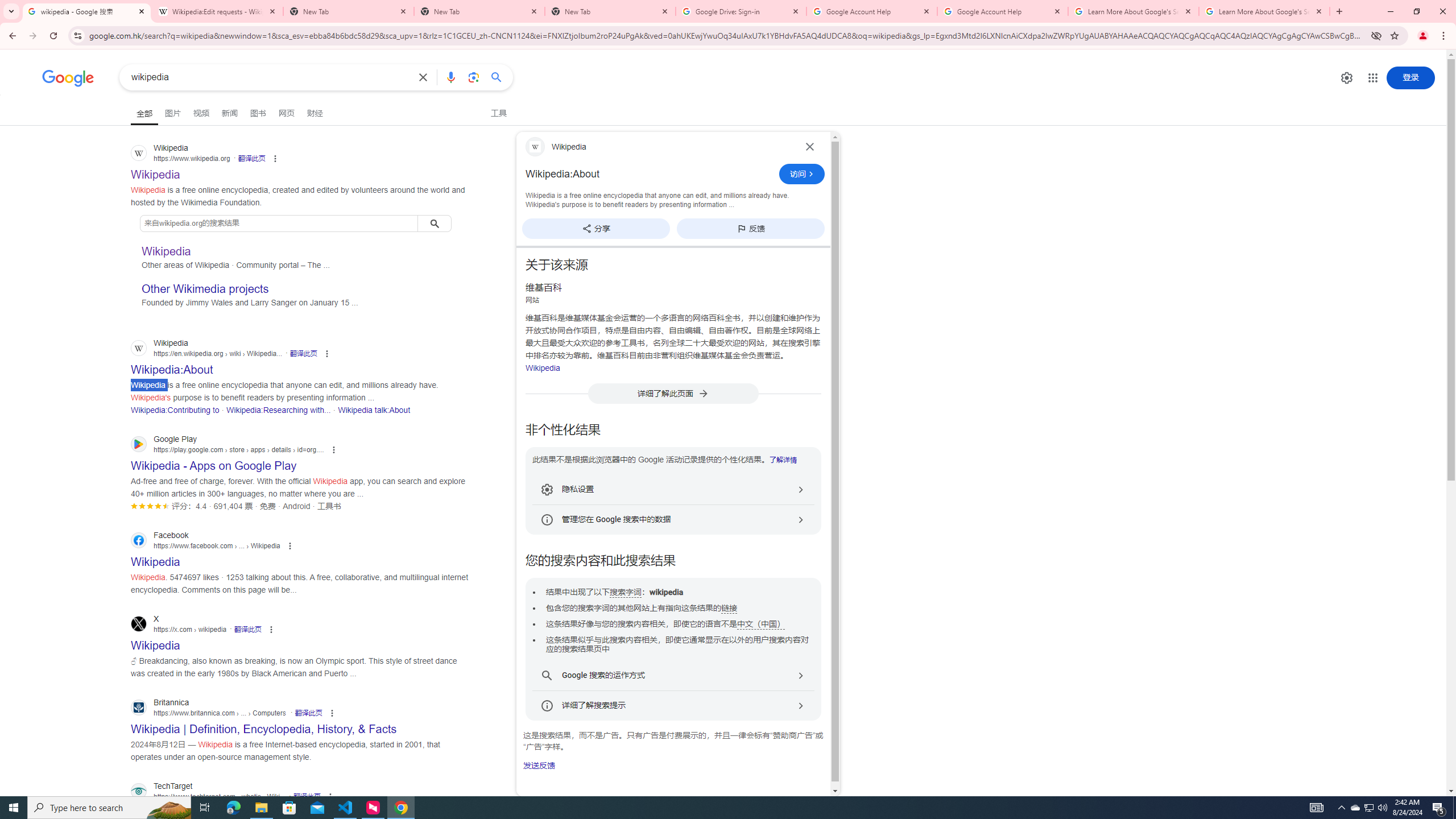  I want to click on 'Google Drive: Sign-in', so click(741, 11).